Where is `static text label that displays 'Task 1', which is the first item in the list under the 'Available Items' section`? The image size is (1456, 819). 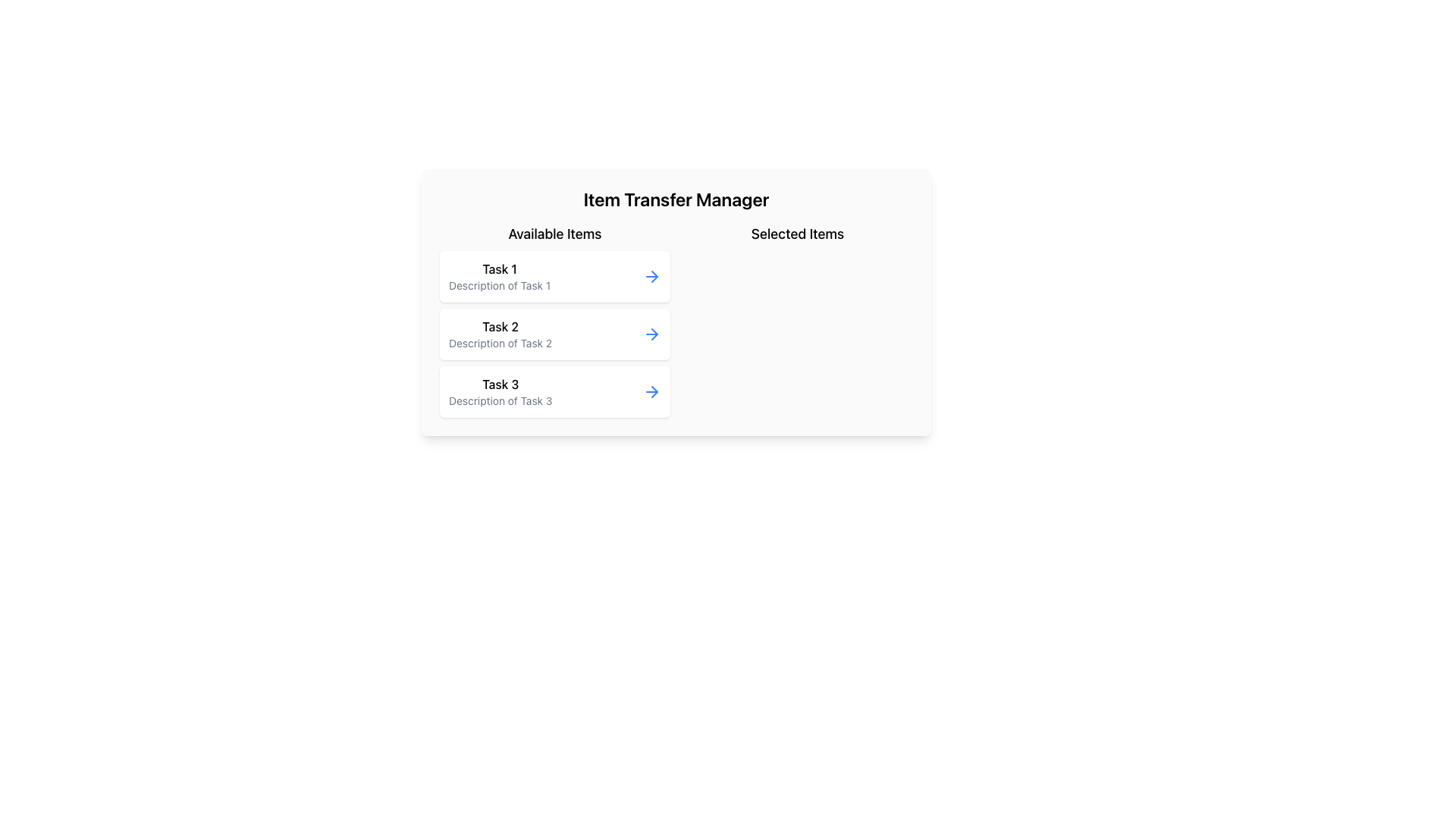
static text label that displays 'Task 1', which is the first item in the list under the 'Available Items' section is located at coordinates (500, 268).